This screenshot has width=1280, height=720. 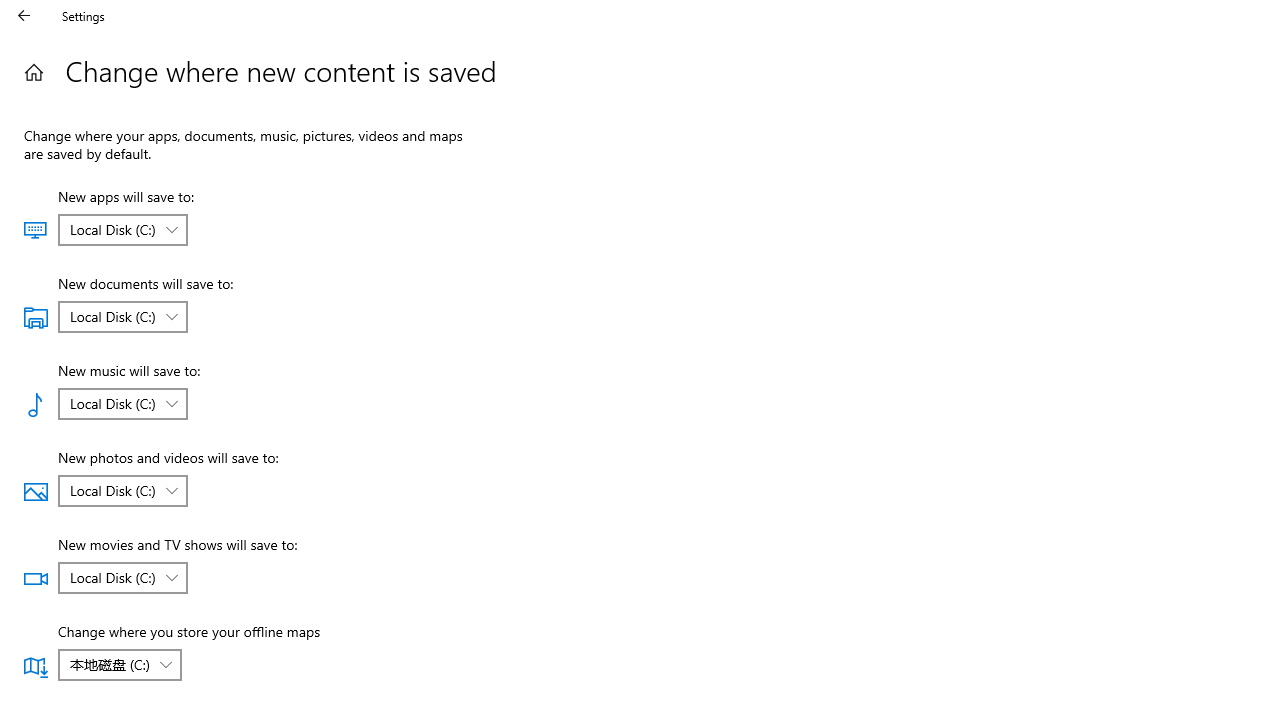 I want to click on 'Home', so click(x=33, y=71).